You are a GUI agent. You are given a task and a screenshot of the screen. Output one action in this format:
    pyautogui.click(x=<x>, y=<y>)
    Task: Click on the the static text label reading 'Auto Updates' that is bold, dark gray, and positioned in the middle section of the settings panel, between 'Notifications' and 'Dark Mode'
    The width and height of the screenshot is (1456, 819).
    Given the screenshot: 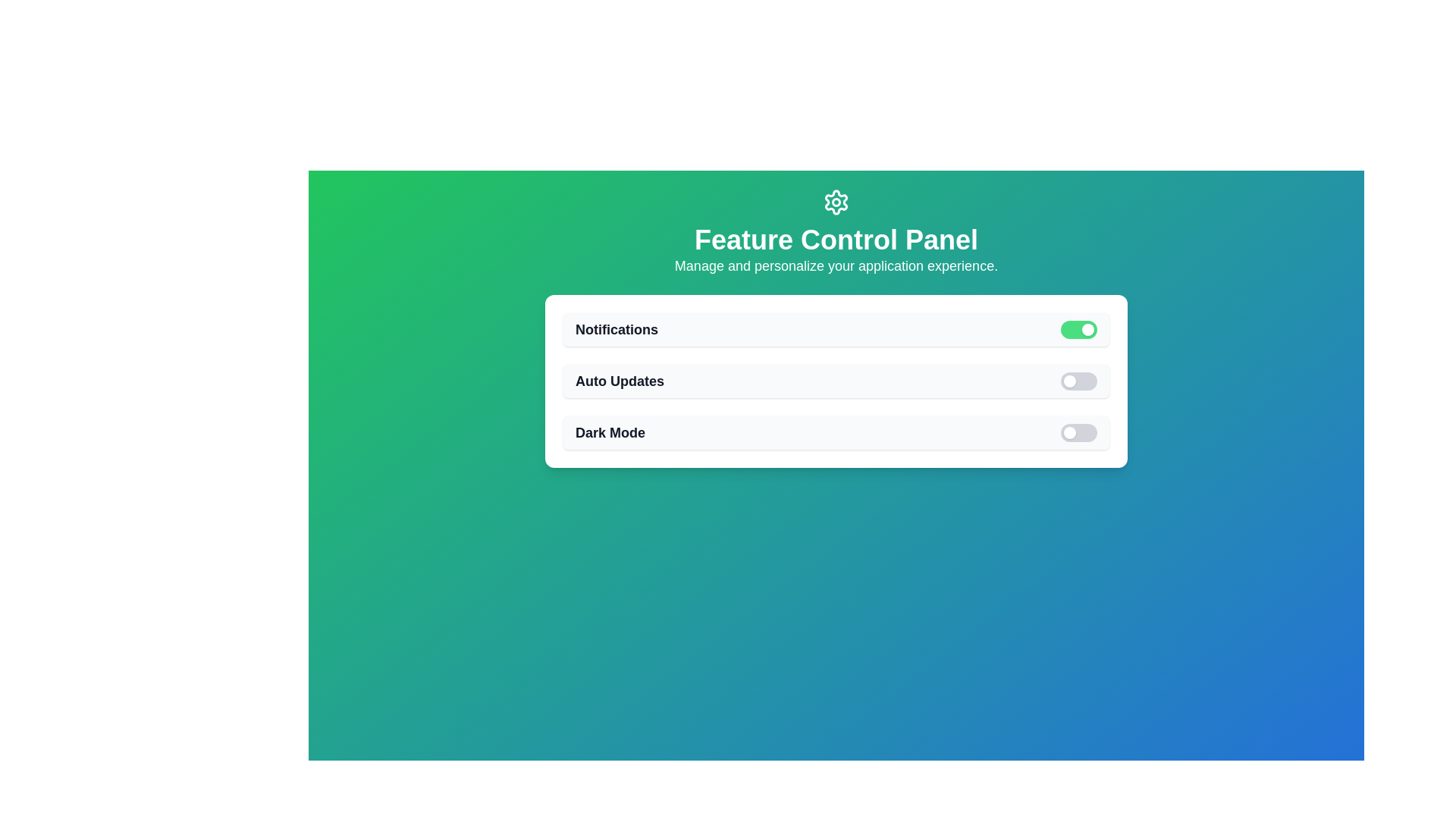 What is the action you would take?
    pyautogui.click(x=620, y=380)
    